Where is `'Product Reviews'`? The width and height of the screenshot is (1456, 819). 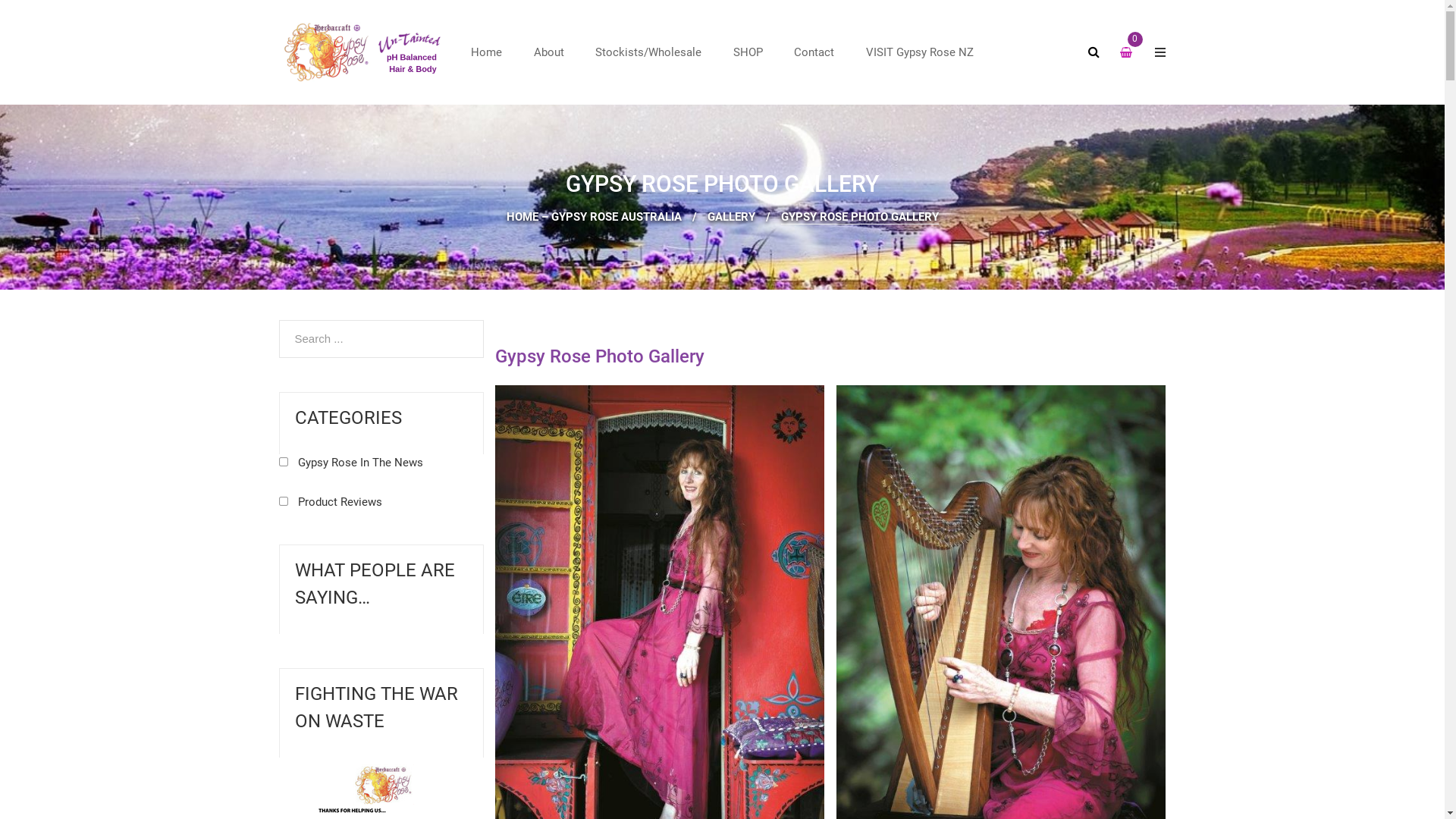
'Product Reviews' is located at coordinates (330, 502).